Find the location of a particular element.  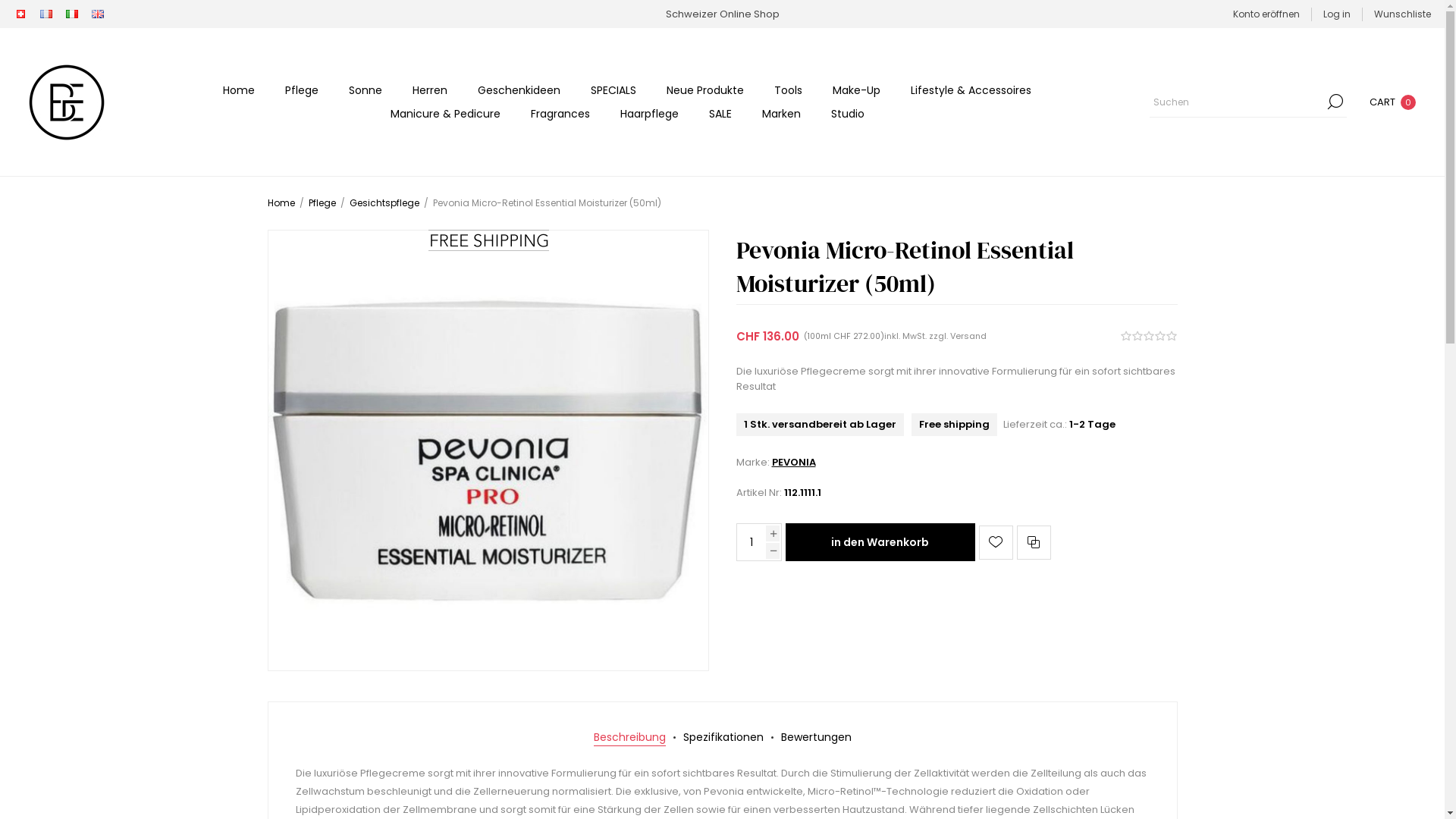

'Fragrances' is located at coordinates (560, 113).